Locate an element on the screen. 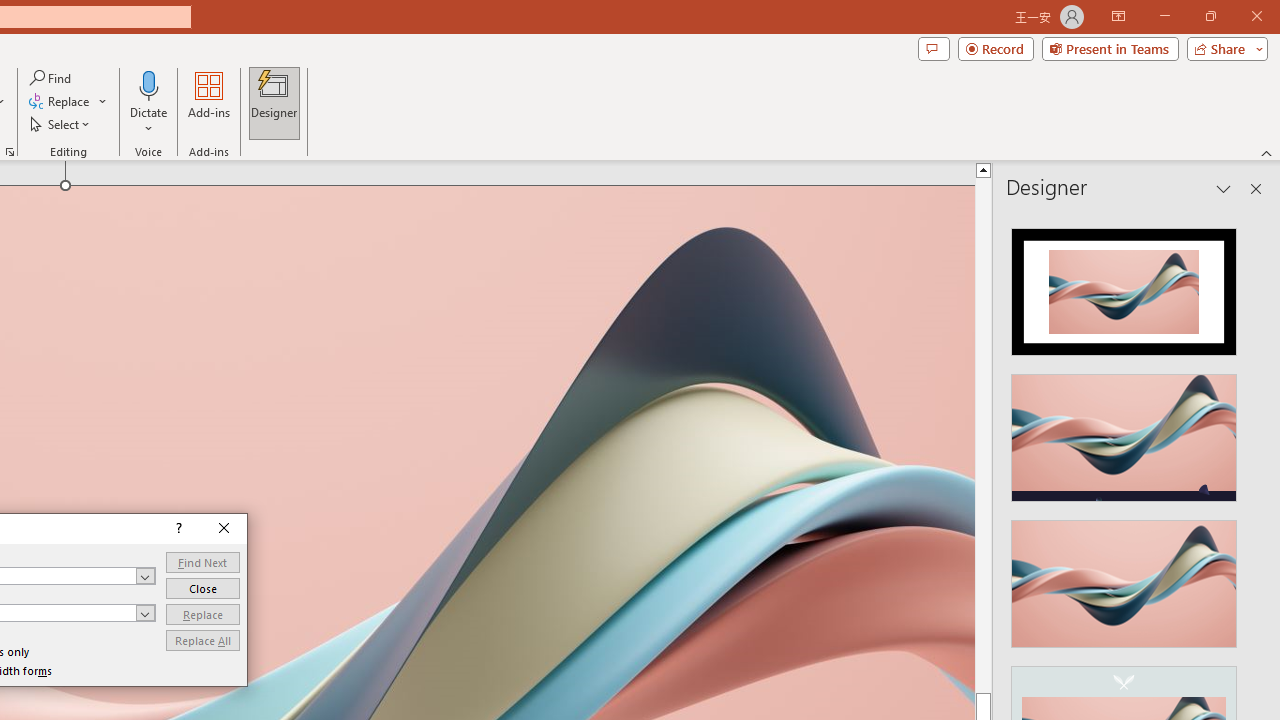  'Context help' is located at coordinates (177, 528).